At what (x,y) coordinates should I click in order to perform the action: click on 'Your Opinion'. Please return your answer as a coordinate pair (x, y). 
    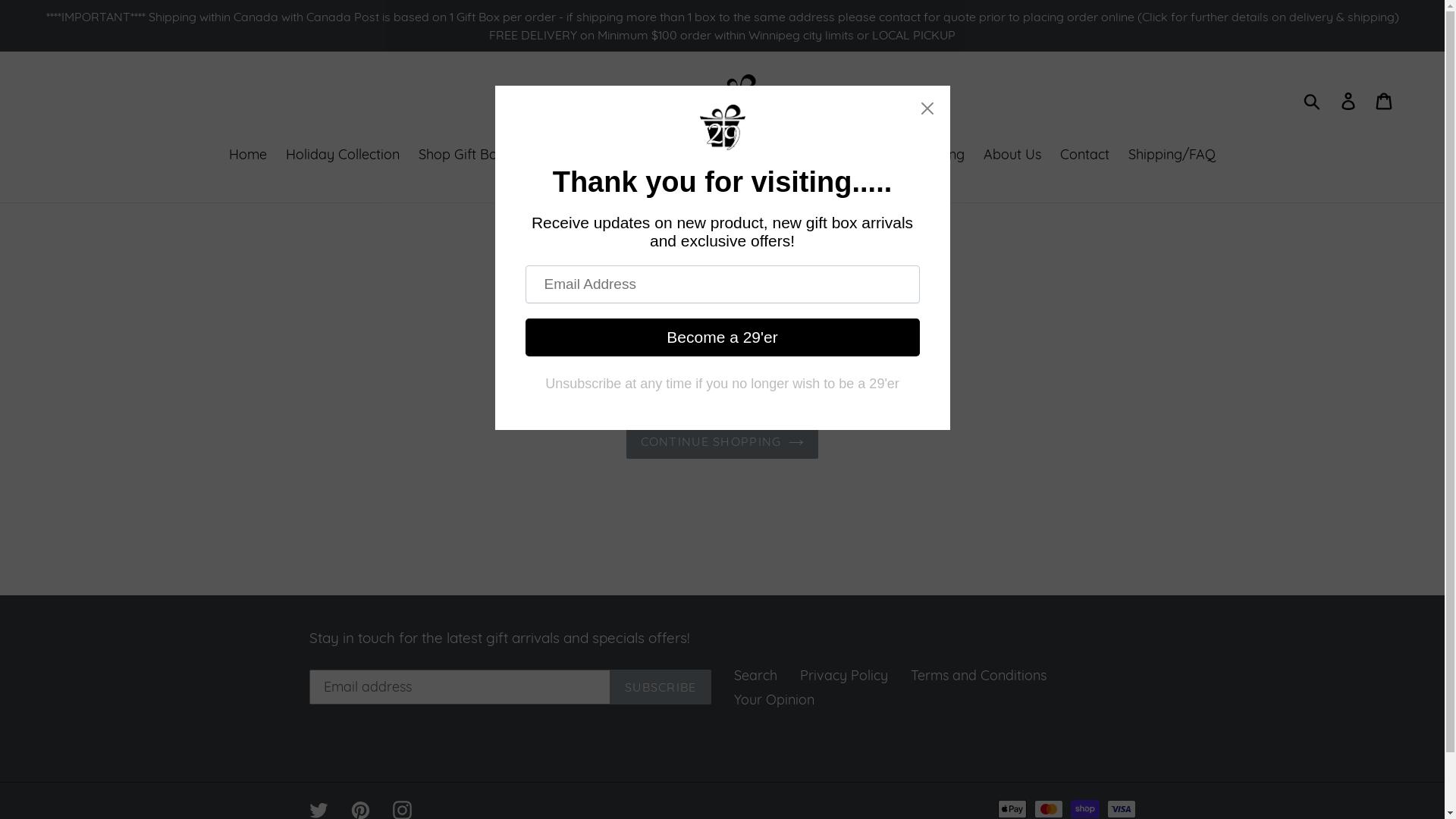
    Looking at the image, I should click on (774, 699).